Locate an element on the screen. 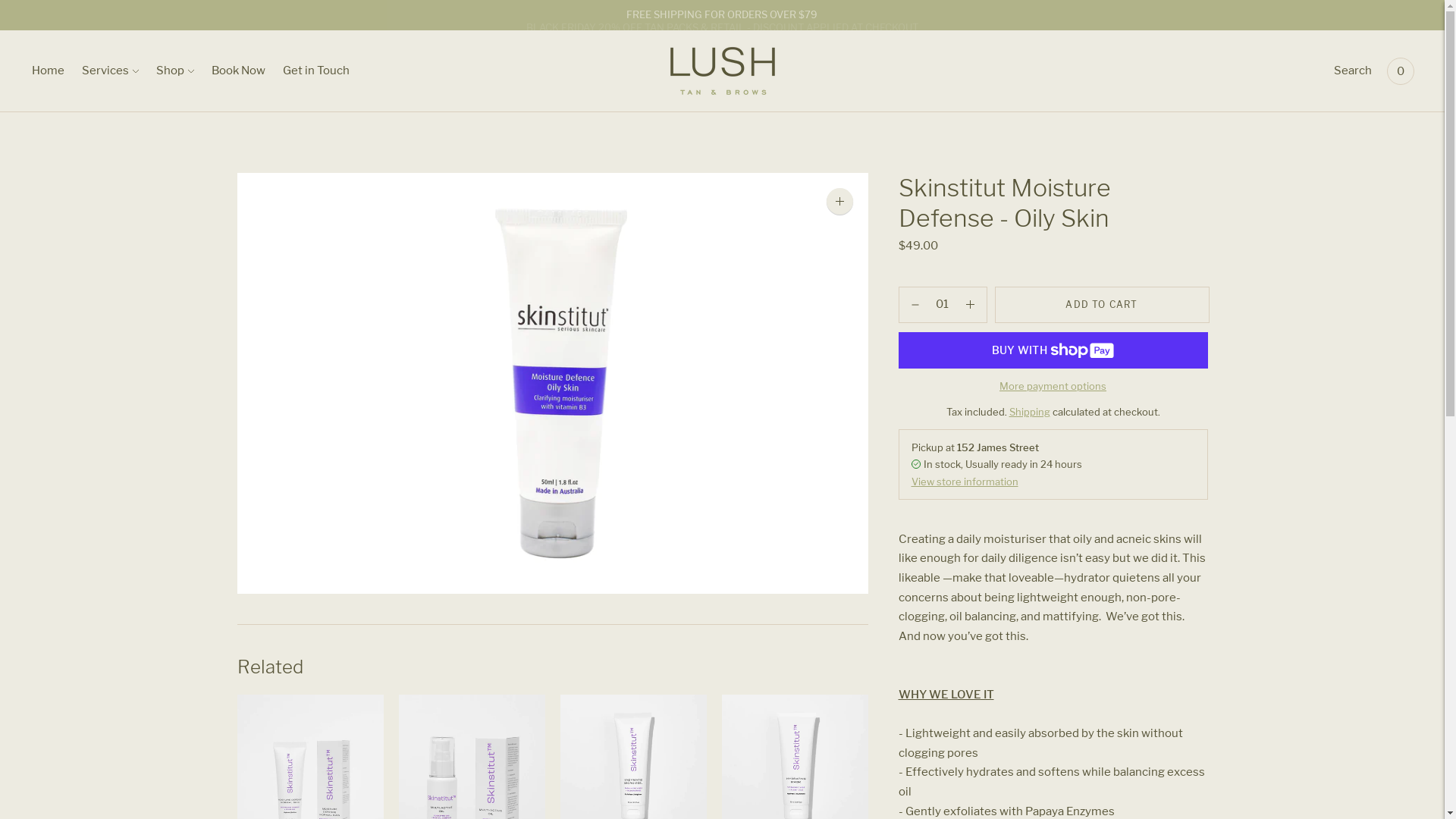  'Get in Touch' is located at coordinates (315, 71).